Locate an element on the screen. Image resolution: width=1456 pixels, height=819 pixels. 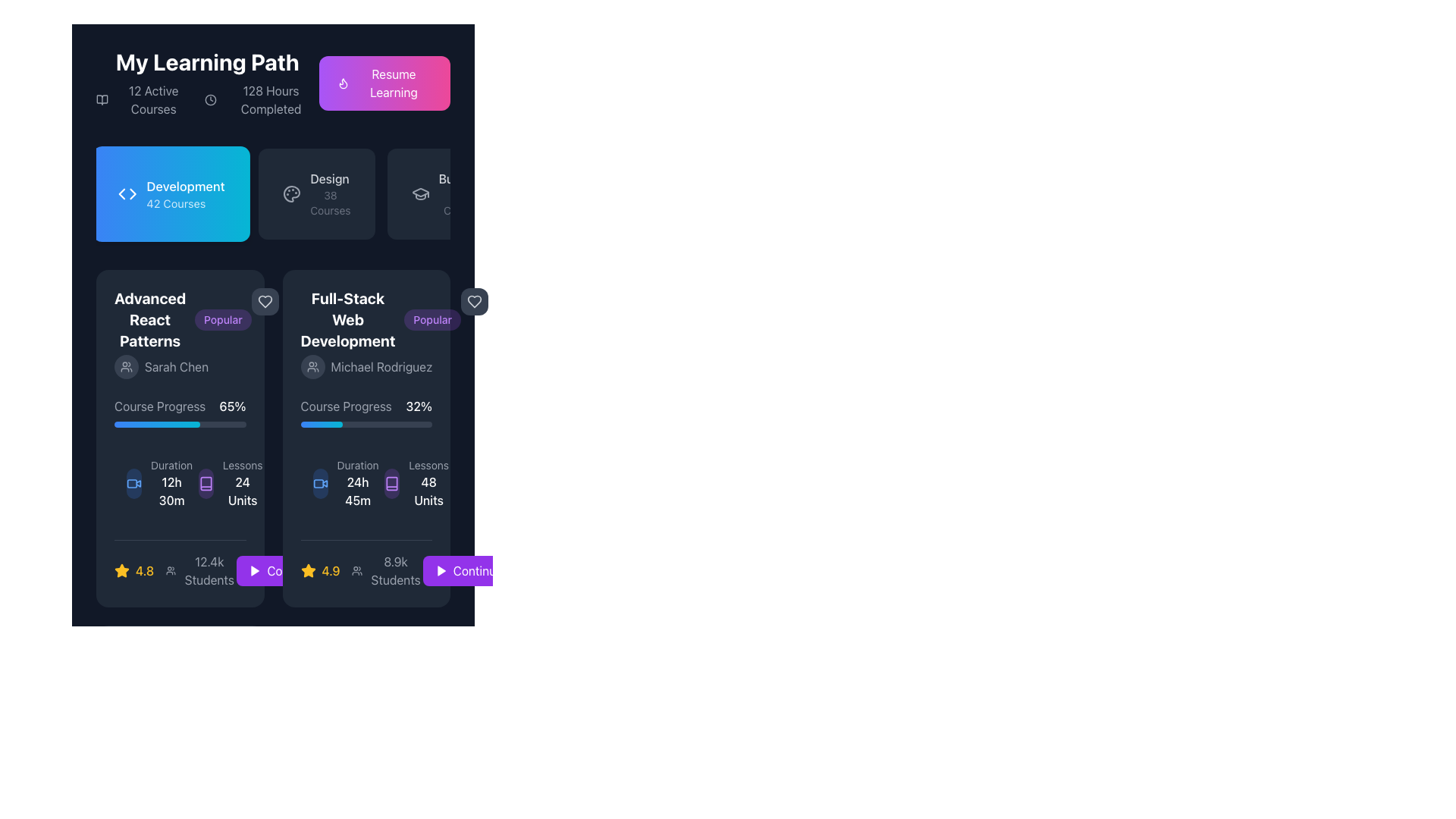
the text and icon displaying the count of students enrolled in the 'Full-Stack Web Development' course, located at the bottom of the course card, next to the star rating '4.9' and the 'Continue' button is located at coordinates (388, 570).